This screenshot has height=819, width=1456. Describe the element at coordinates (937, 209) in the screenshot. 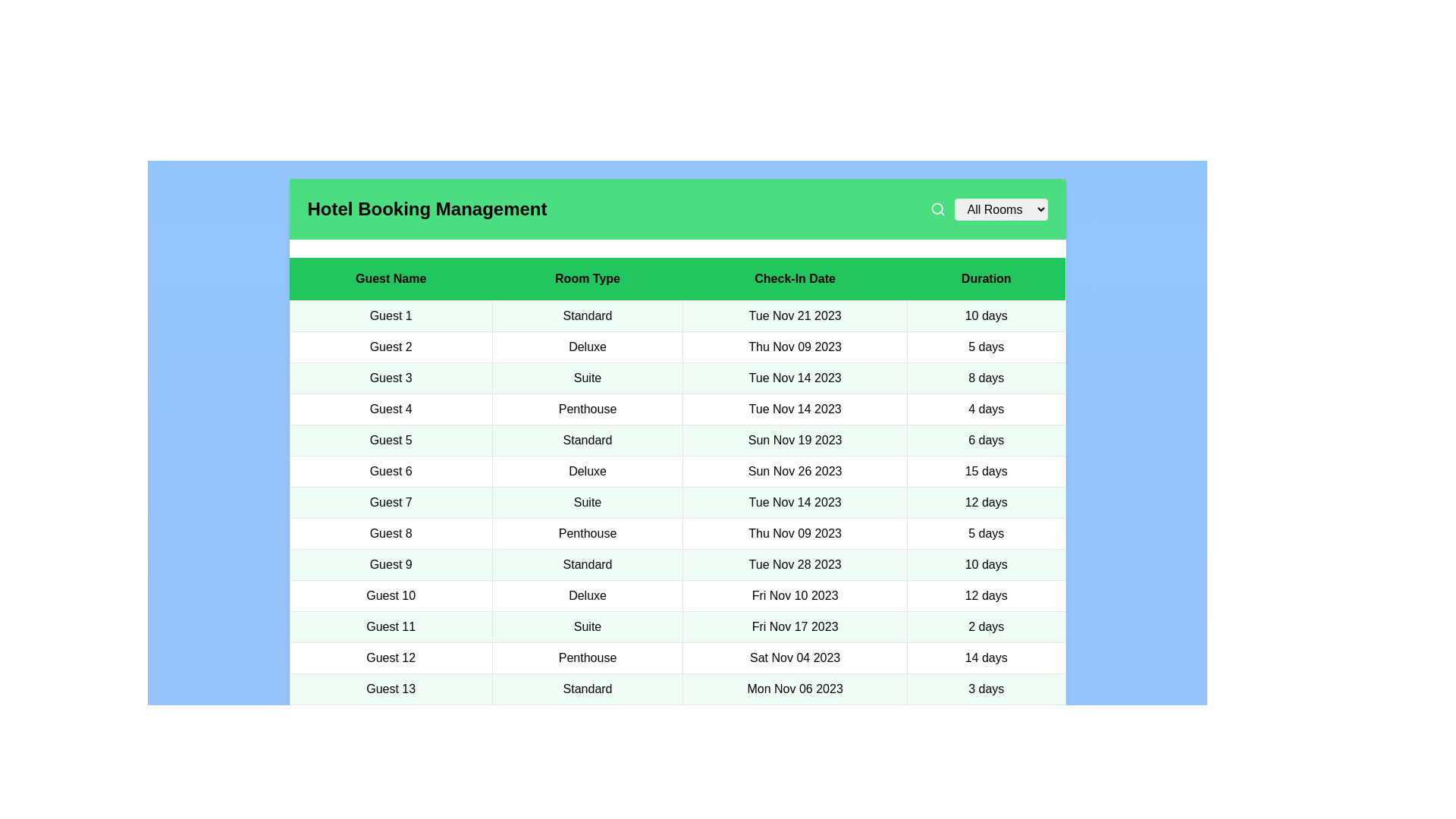

I see `the search icon to initiate a search` at that location.